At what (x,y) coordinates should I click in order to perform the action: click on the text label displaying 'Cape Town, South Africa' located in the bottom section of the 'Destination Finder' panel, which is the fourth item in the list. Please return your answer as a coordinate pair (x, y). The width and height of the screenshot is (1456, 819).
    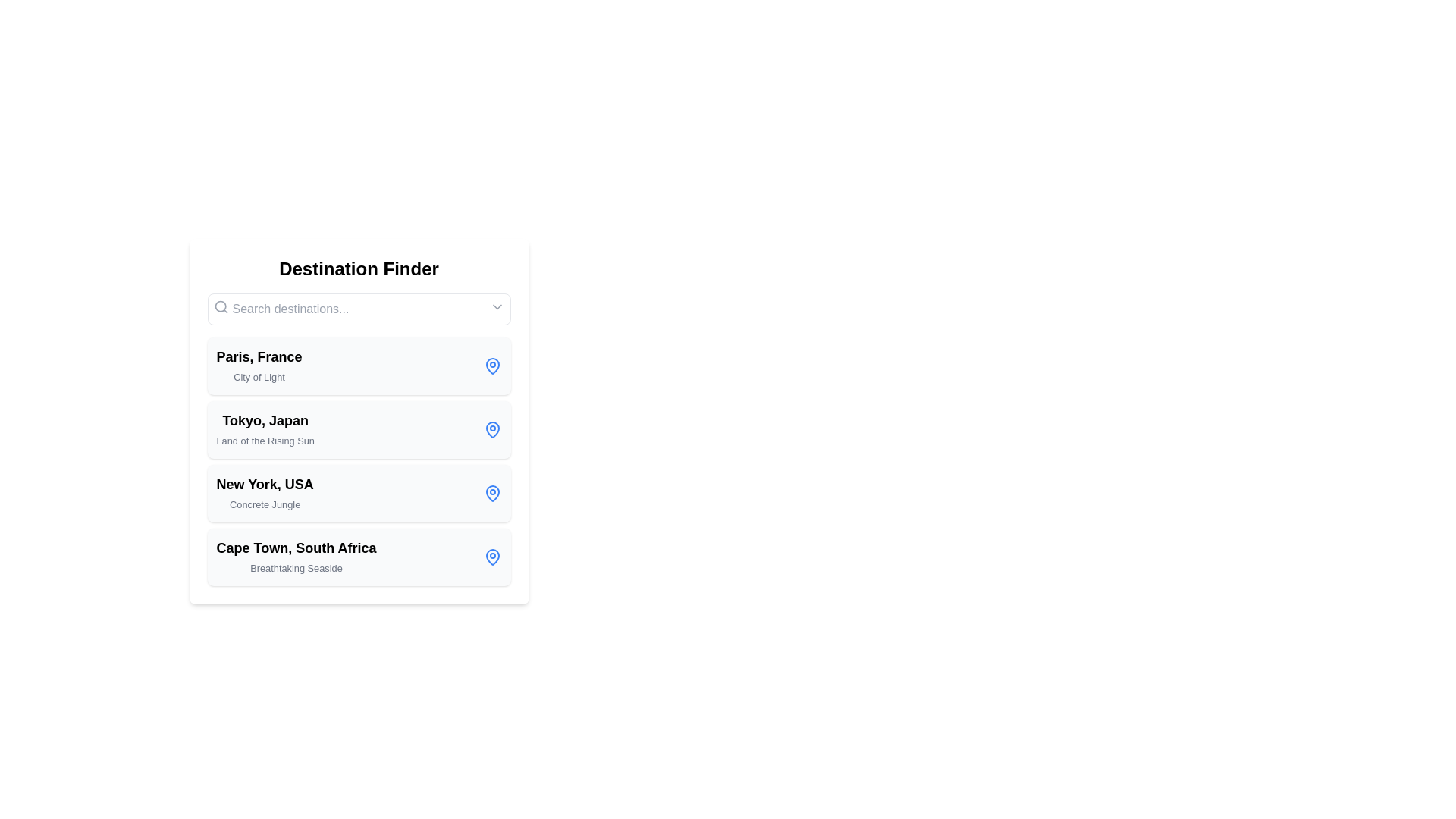
    Looking at the image, I should click on (297, 548).